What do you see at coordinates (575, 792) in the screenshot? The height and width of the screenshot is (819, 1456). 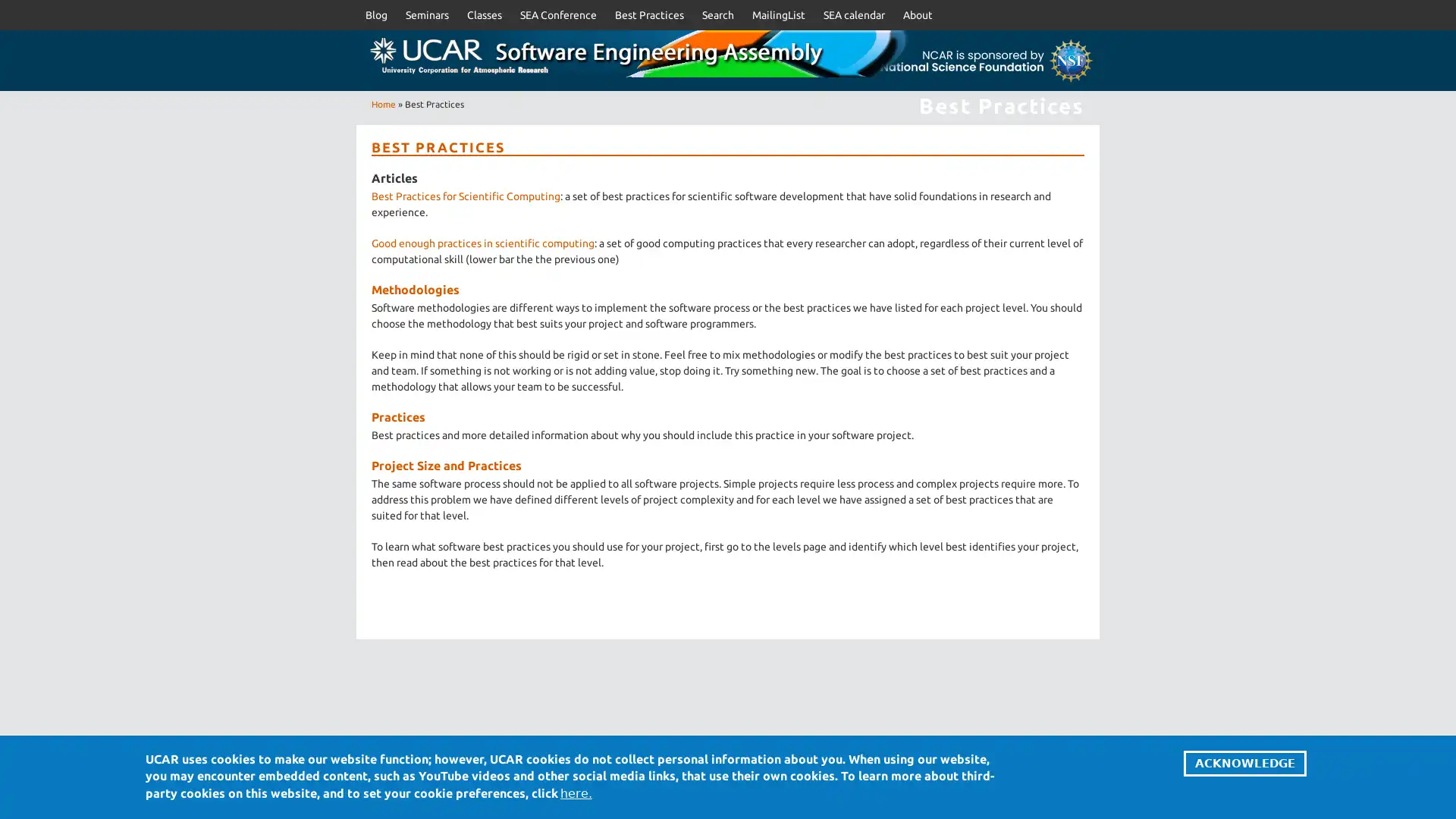 I see `here.` at bounding box center [575, 792].